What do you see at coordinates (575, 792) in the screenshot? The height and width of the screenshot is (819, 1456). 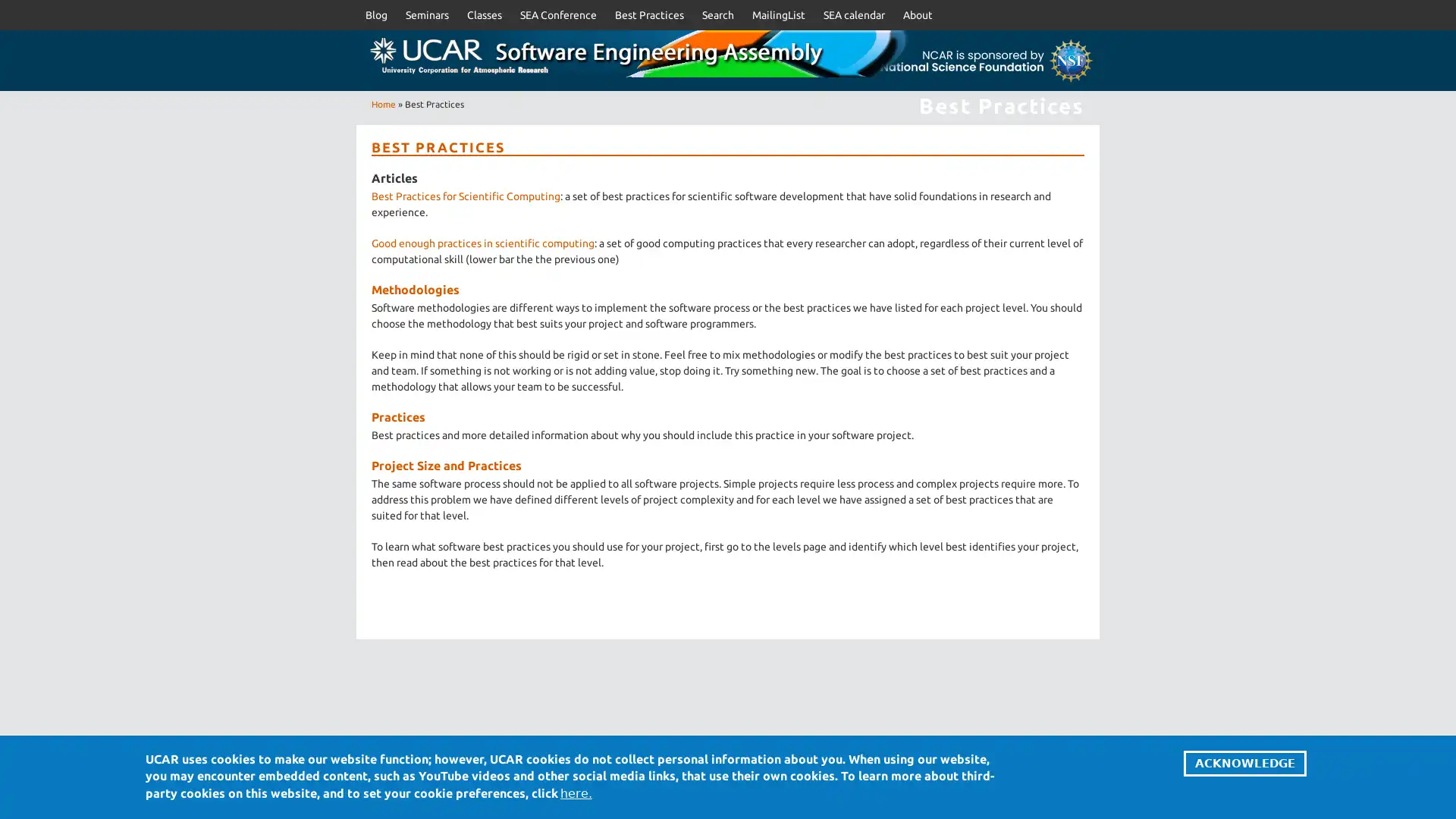 I see `here.` at bounding box center [575, 792].